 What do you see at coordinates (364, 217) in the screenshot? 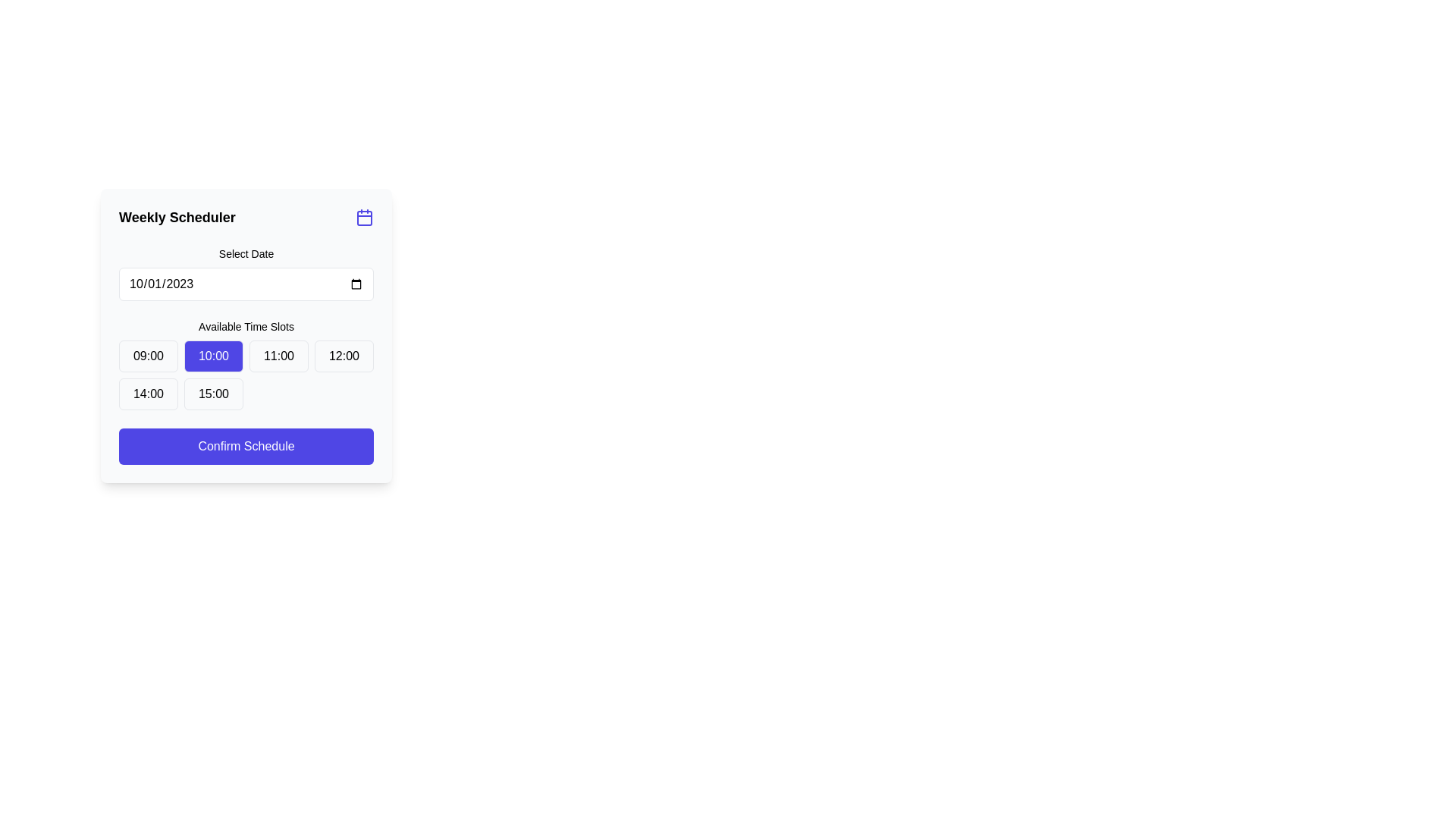
I see `the calendar icon located to the far right of the header area containing the title 'Weekly Scheduler'` at bounding box center [364, 217].